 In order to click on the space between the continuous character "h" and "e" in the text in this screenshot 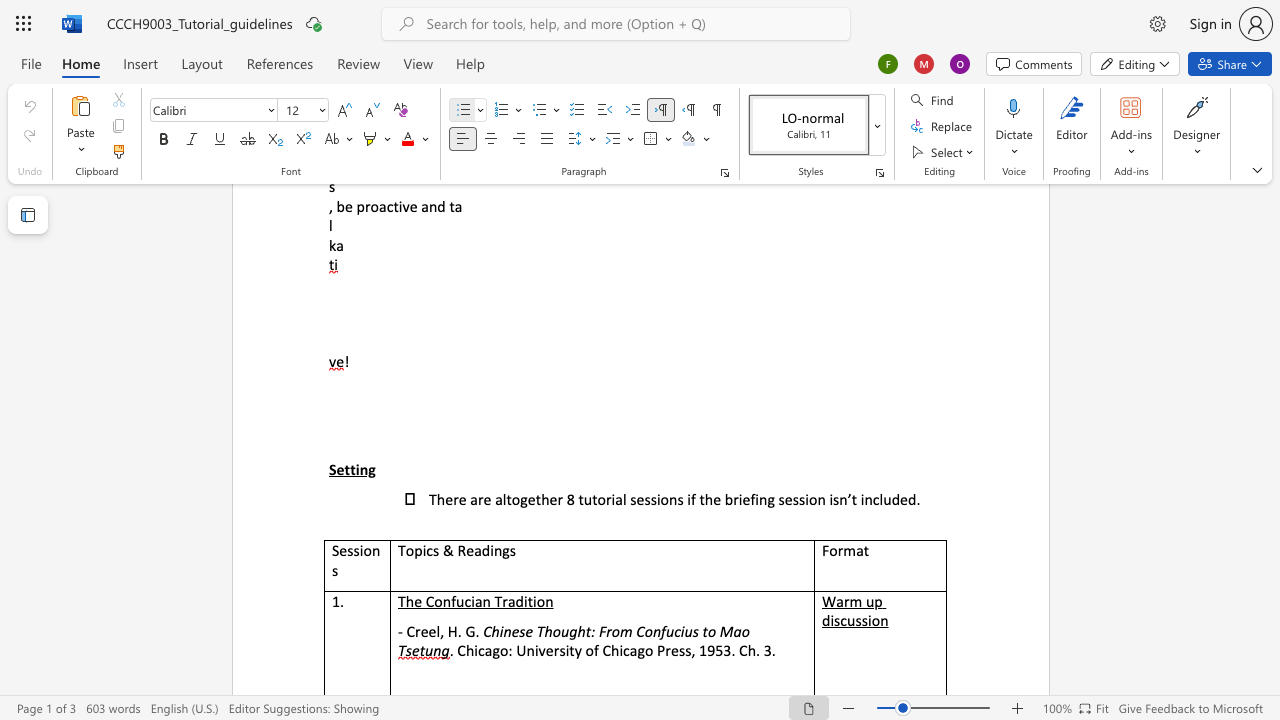, I will do `click(413, 600)`.